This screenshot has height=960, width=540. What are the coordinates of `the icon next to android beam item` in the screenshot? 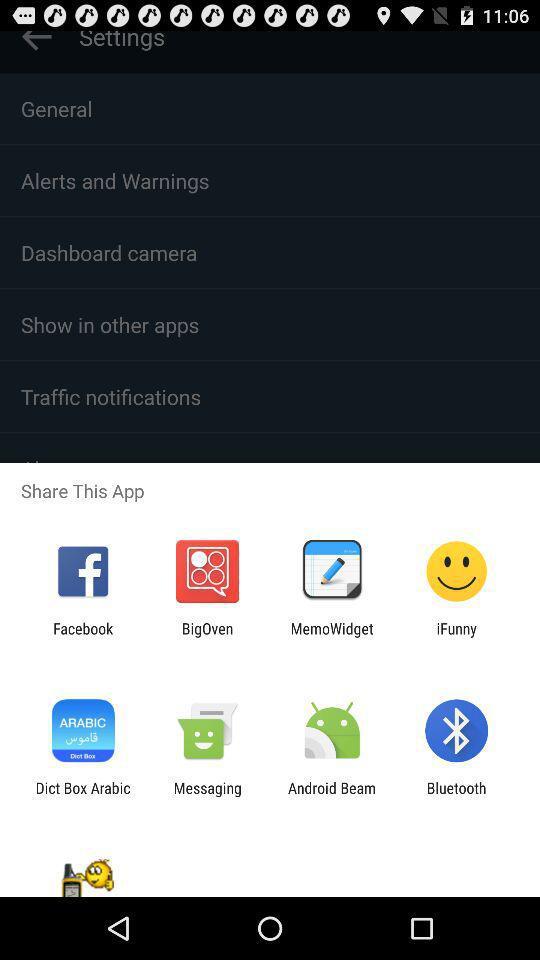 It's located at (206, 796).